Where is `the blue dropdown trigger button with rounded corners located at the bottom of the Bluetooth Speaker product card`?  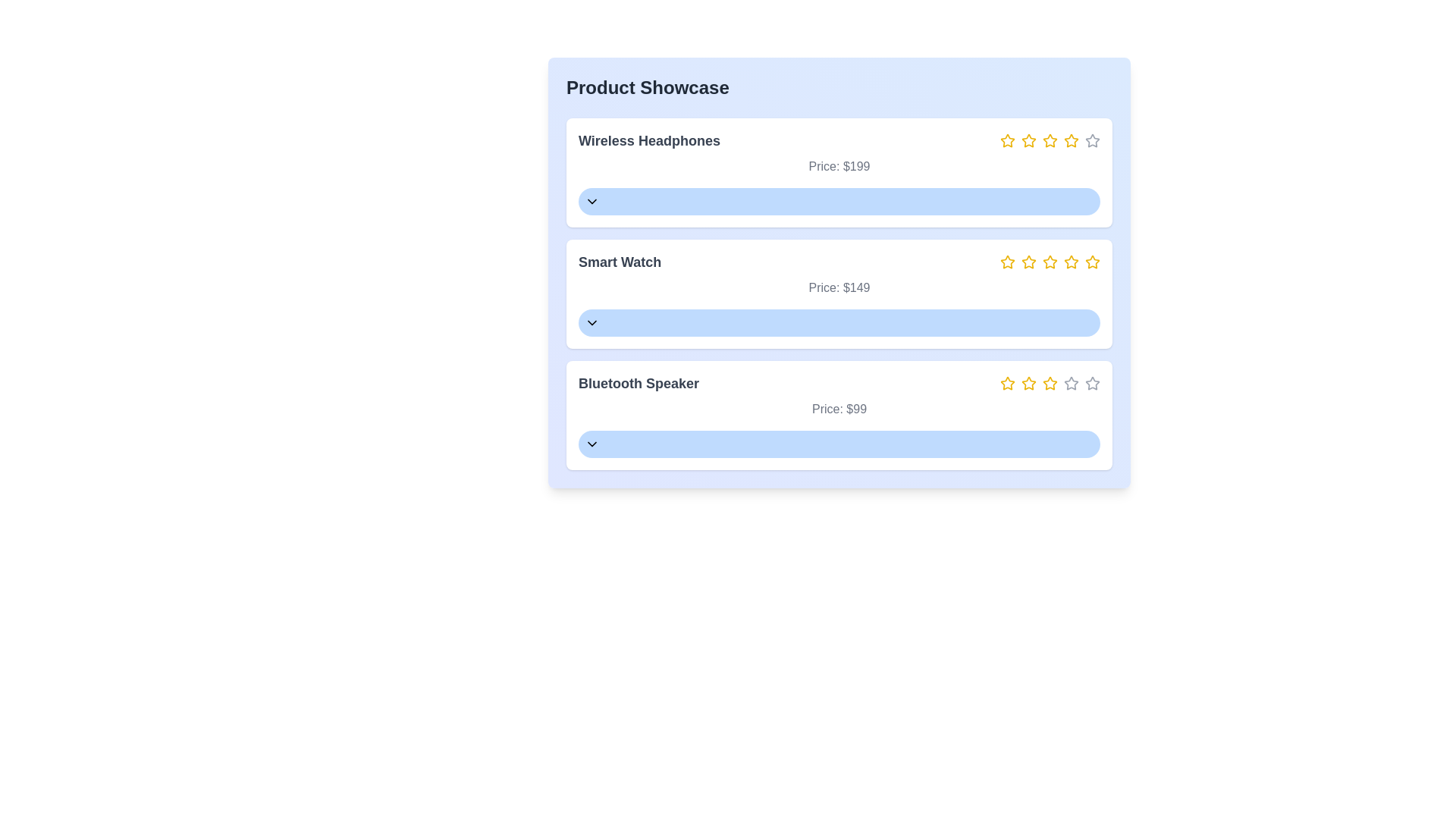 the blue dropdown trigger button with rounded corners located at the bottom of the Bluetooth Speaker product card is located at coordinates (839, 444).